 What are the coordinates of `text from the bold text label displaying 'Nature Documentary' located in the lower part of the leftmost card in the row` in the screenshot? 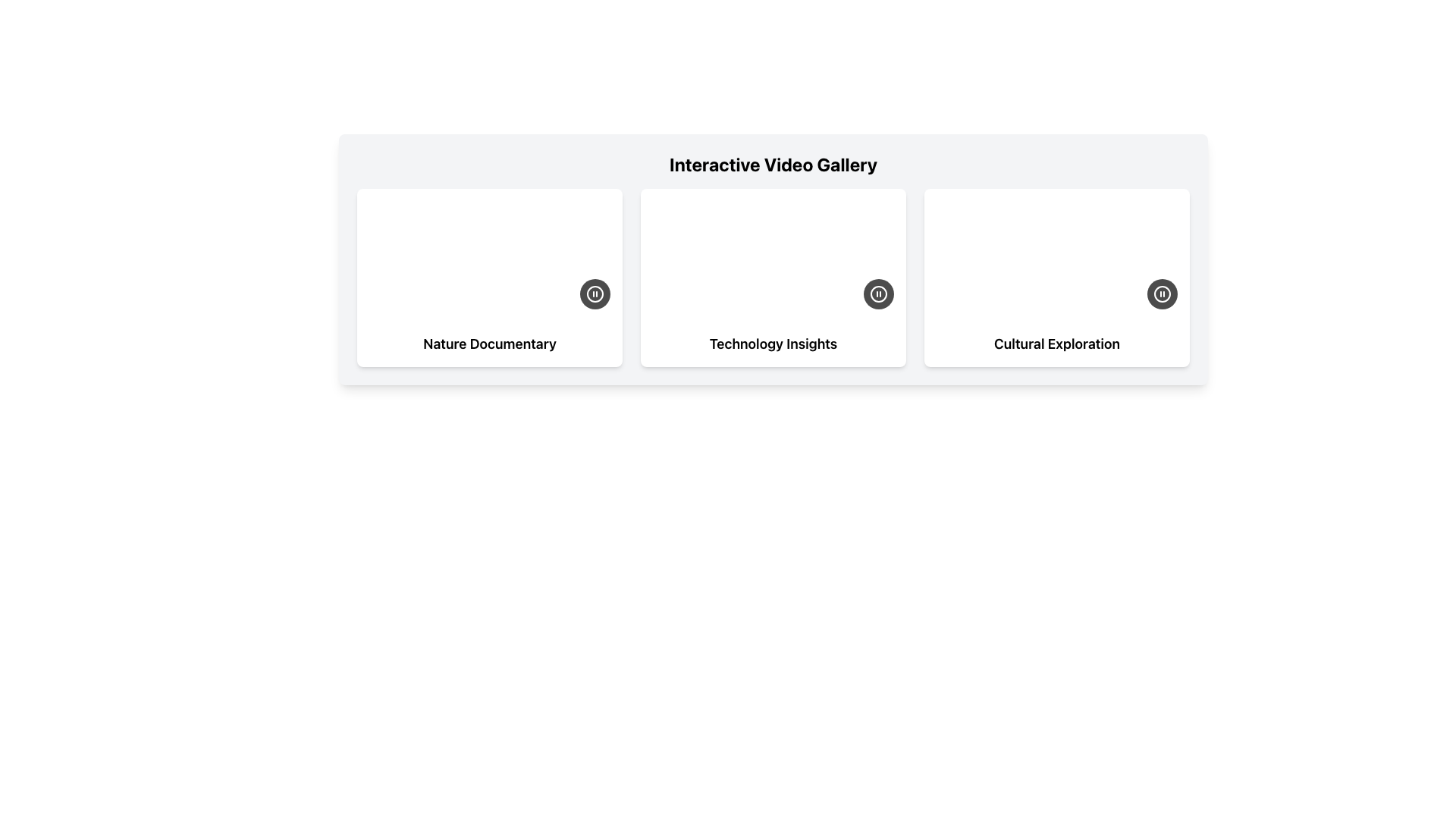 It's located at (490, 344).